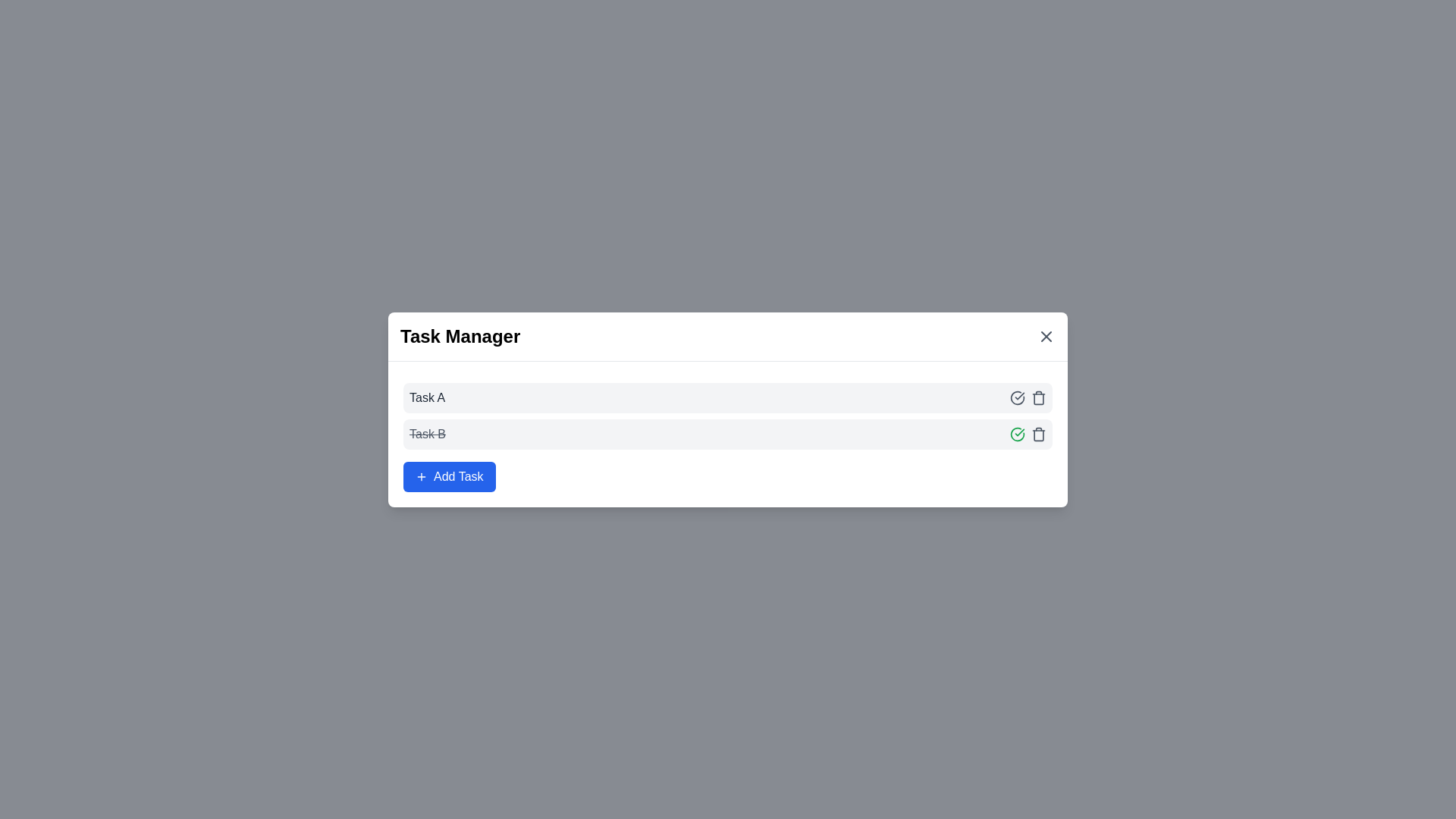 This screenshot has width=1456, height=819. I want to click on the 'X'-shaped icon located in the top-right corner of the card titled 'Task Manager', so click(1046, 335).